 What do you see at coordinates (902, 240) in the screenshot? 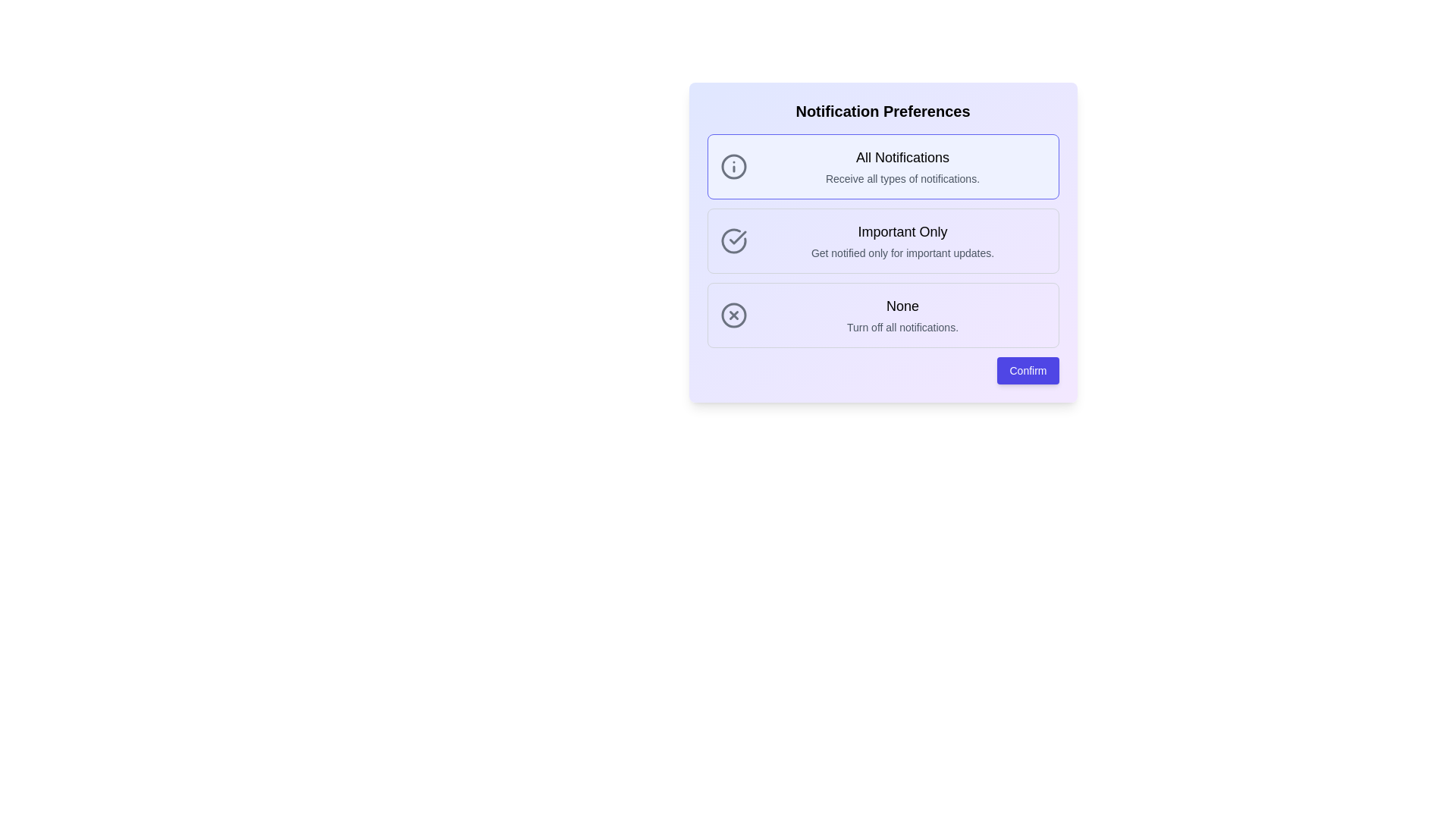
I see `'Important Only' text label, which is the second option in the vertical list of notification preferences, positioned between 'All Notifications' and 'None'` at bounding box center [902, 240].